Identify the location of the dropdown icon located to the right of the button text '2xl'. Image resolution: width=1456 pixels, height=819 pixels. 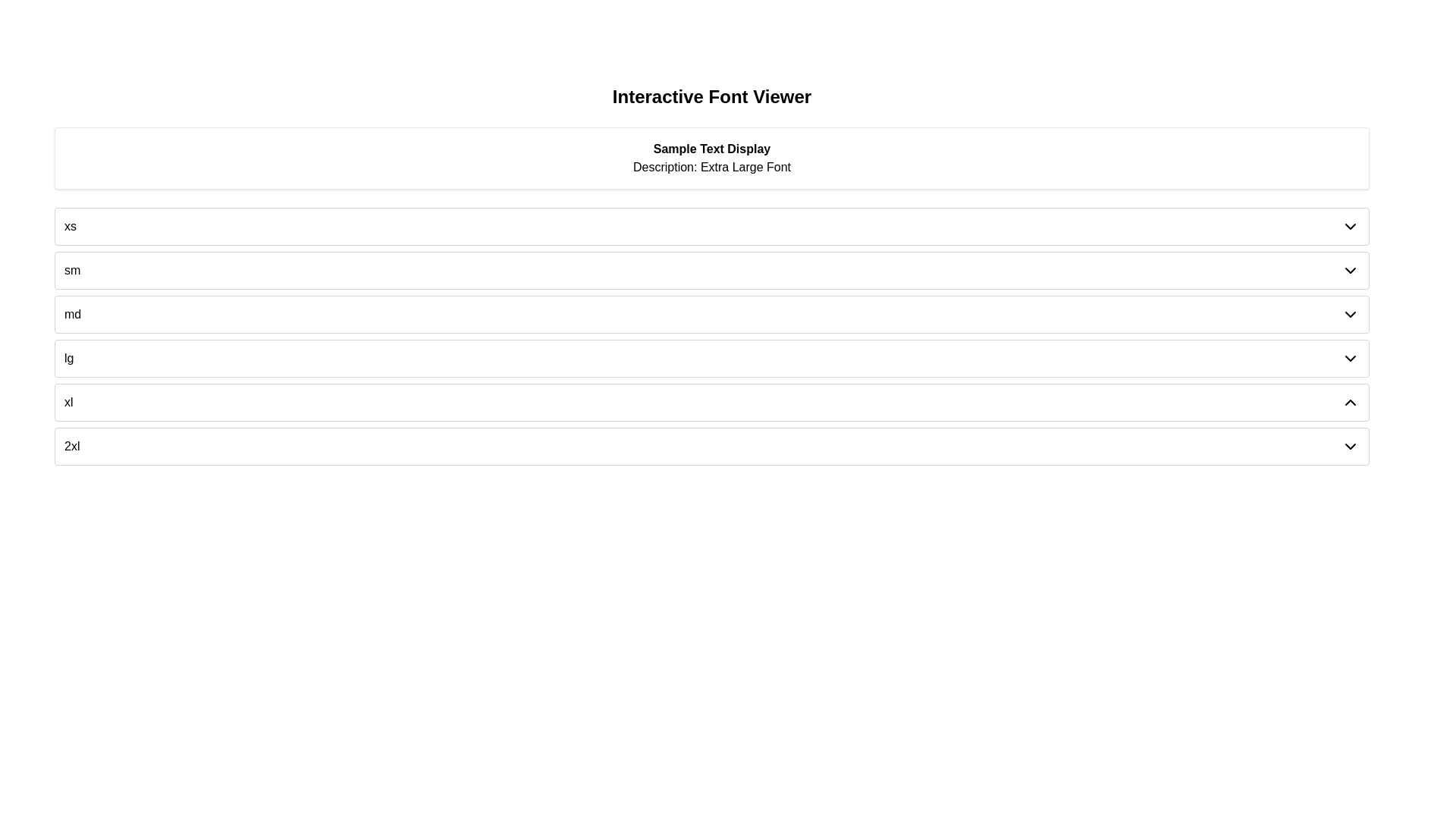
(1350, 446).